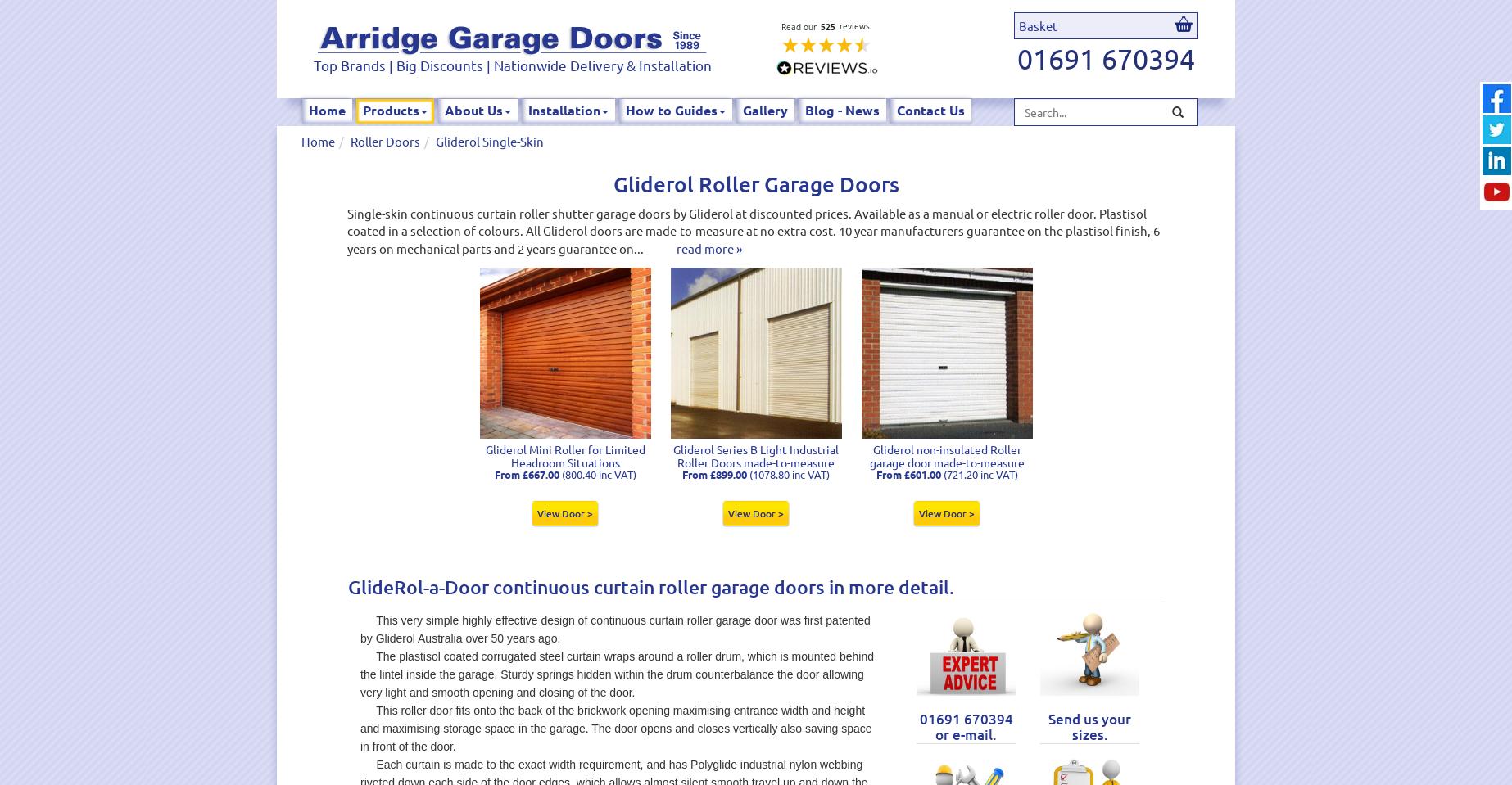  I want to click on 'Products', so click(390, 110).